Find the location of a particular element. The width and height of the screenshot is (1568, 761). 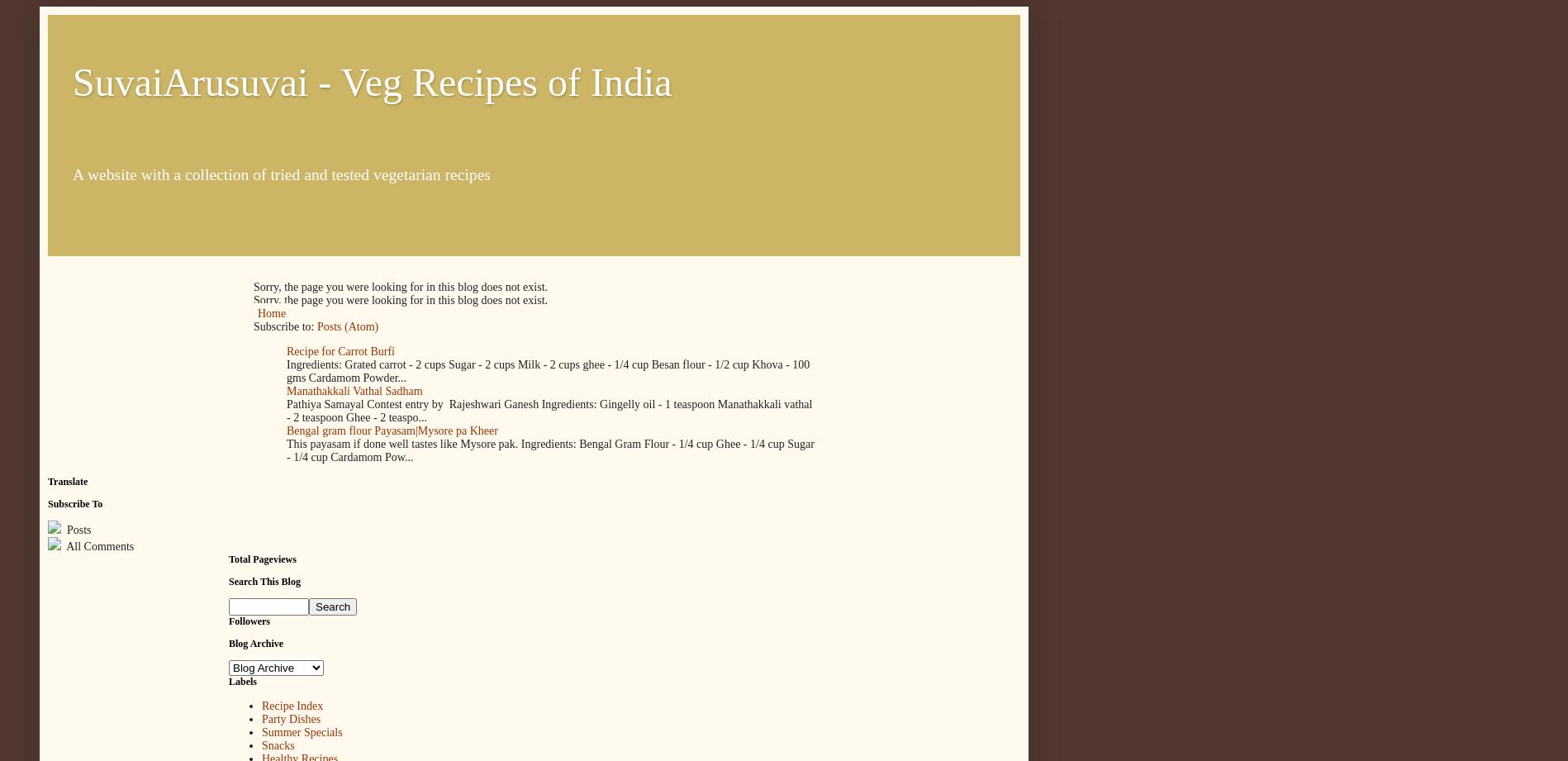

'This payasam if done well tastes like Mysore pak.   Ingredients:  Bengal Gram Flour - 1/4 cup  Ghee - 1/4 cup  Sugar - 1/4 cup  Cardamom Pow...' is located at coordinates (550, 449).